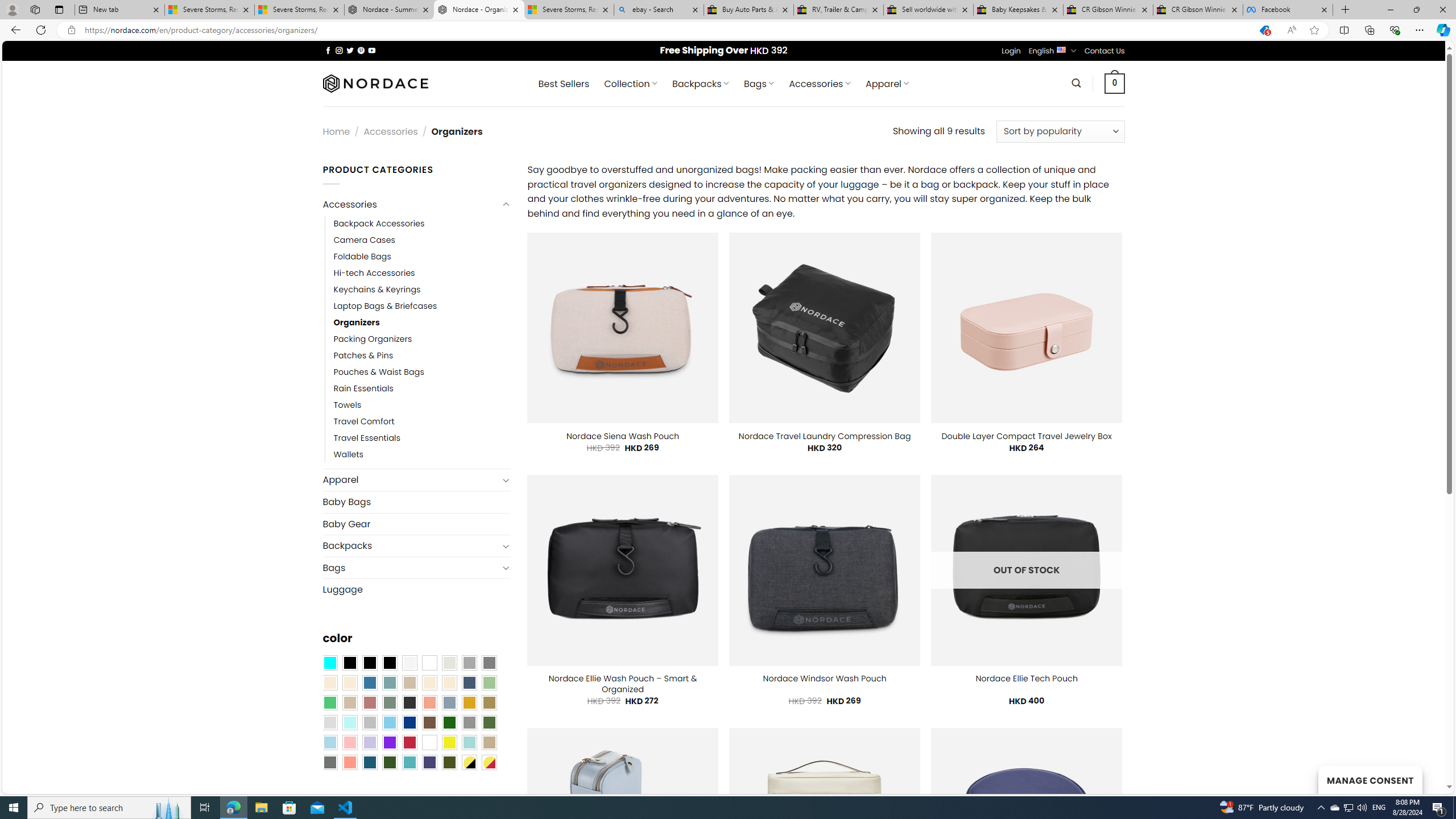 The image size is (1456, 819). What do you see at coordinates (35, 9) in the screenshot?
I see `'Workspaces'` at bounding box center [35, 9].